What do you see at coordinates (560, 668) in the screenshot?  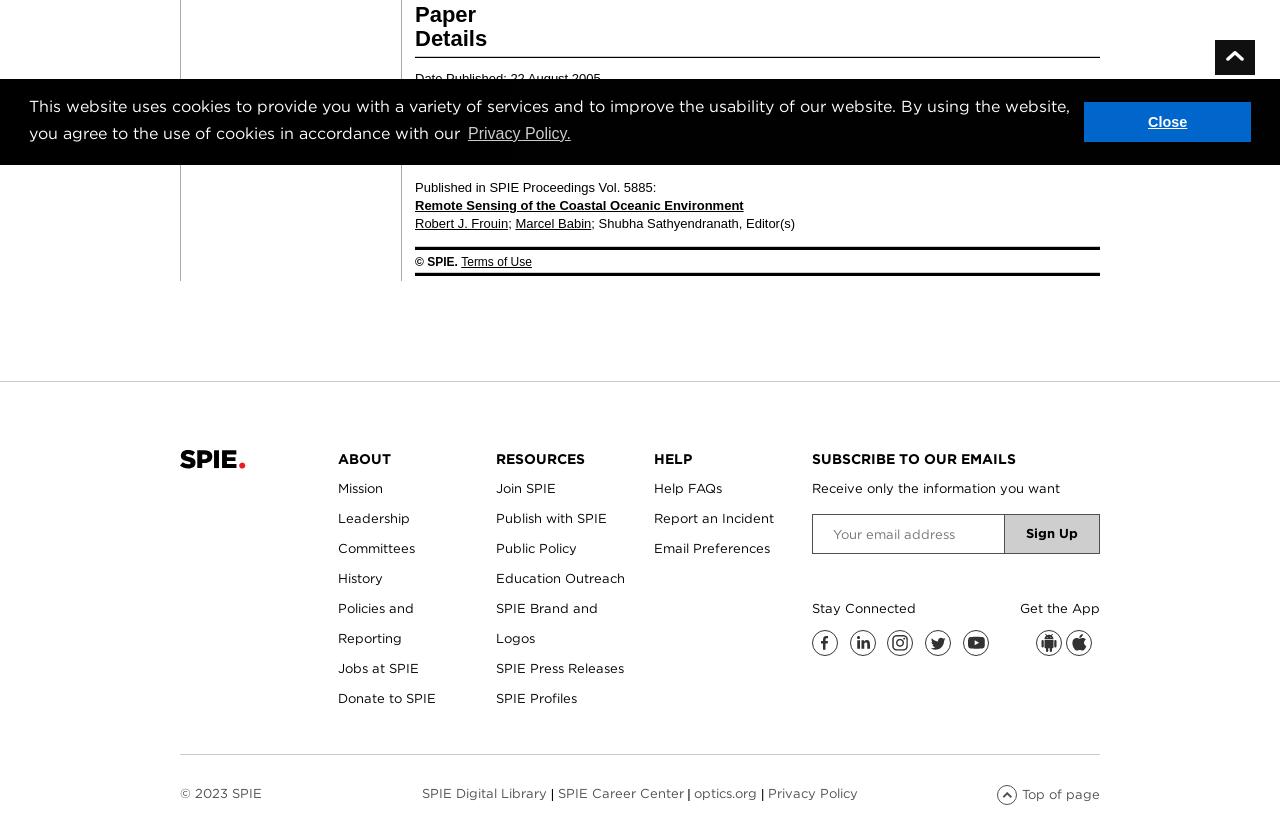 I see `'SPIE Press Releases'` at bounding box center [560, 668].